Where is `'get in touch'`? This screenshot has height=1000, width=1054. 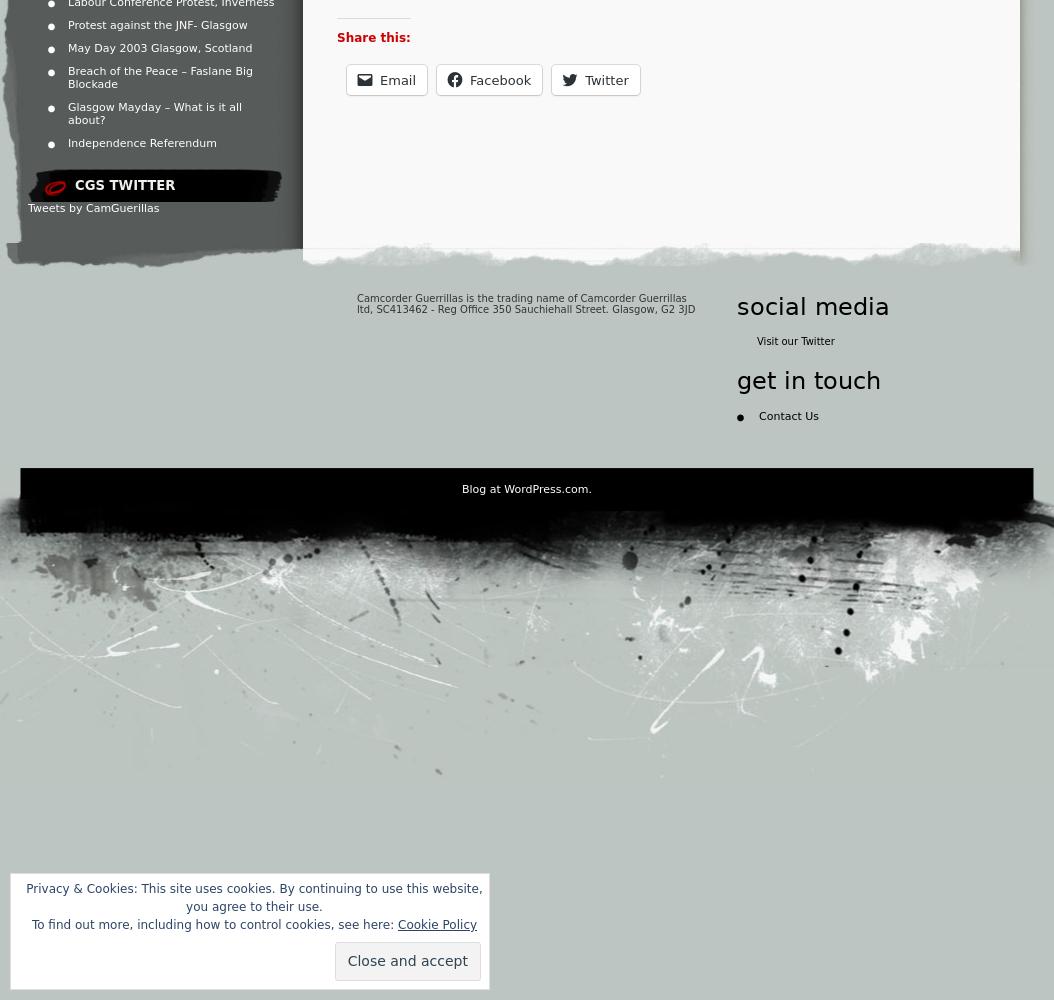
'get in touch' is located at coordinates (808, 381).